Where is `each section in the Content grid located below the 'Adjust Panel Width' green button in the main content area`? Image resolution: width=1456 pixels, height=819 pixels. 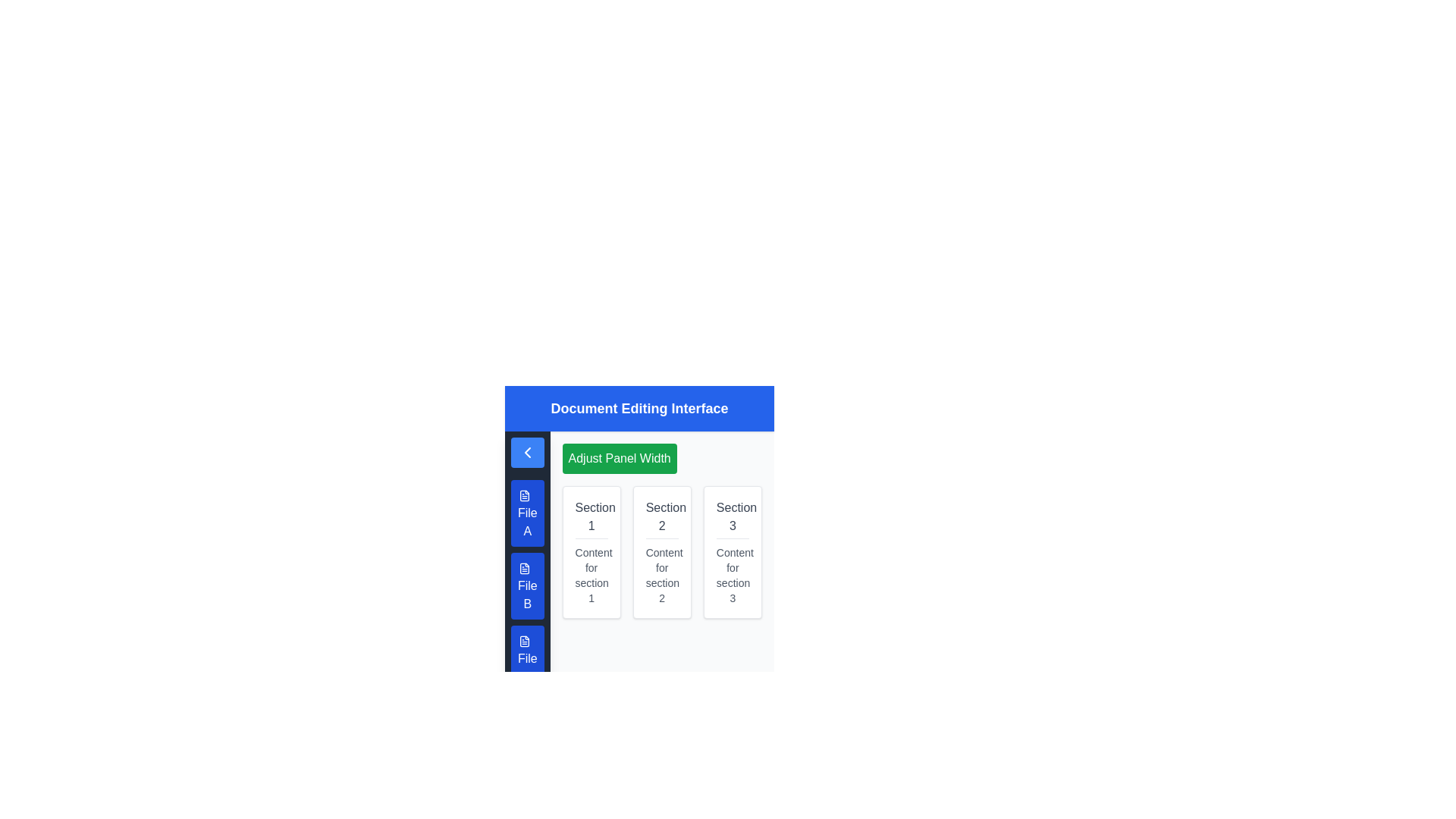 each section in the Content grid located below the 'Adjust Panel Width' green button in the main content area is located at coordinates (662, 552).